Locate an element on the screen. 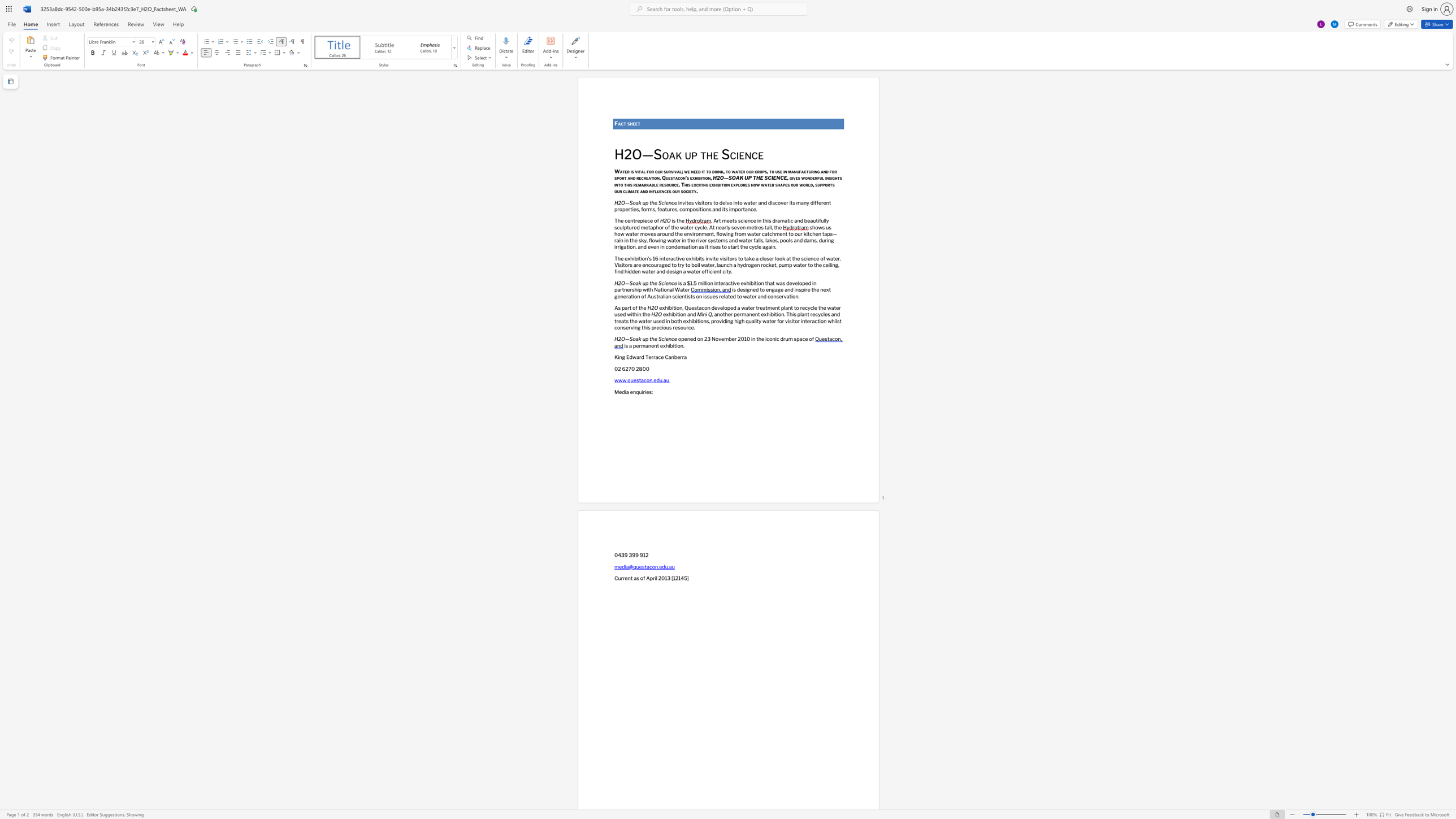  the space between the continuous character "i" and "t" in the text is located at coordinates (723, 209).